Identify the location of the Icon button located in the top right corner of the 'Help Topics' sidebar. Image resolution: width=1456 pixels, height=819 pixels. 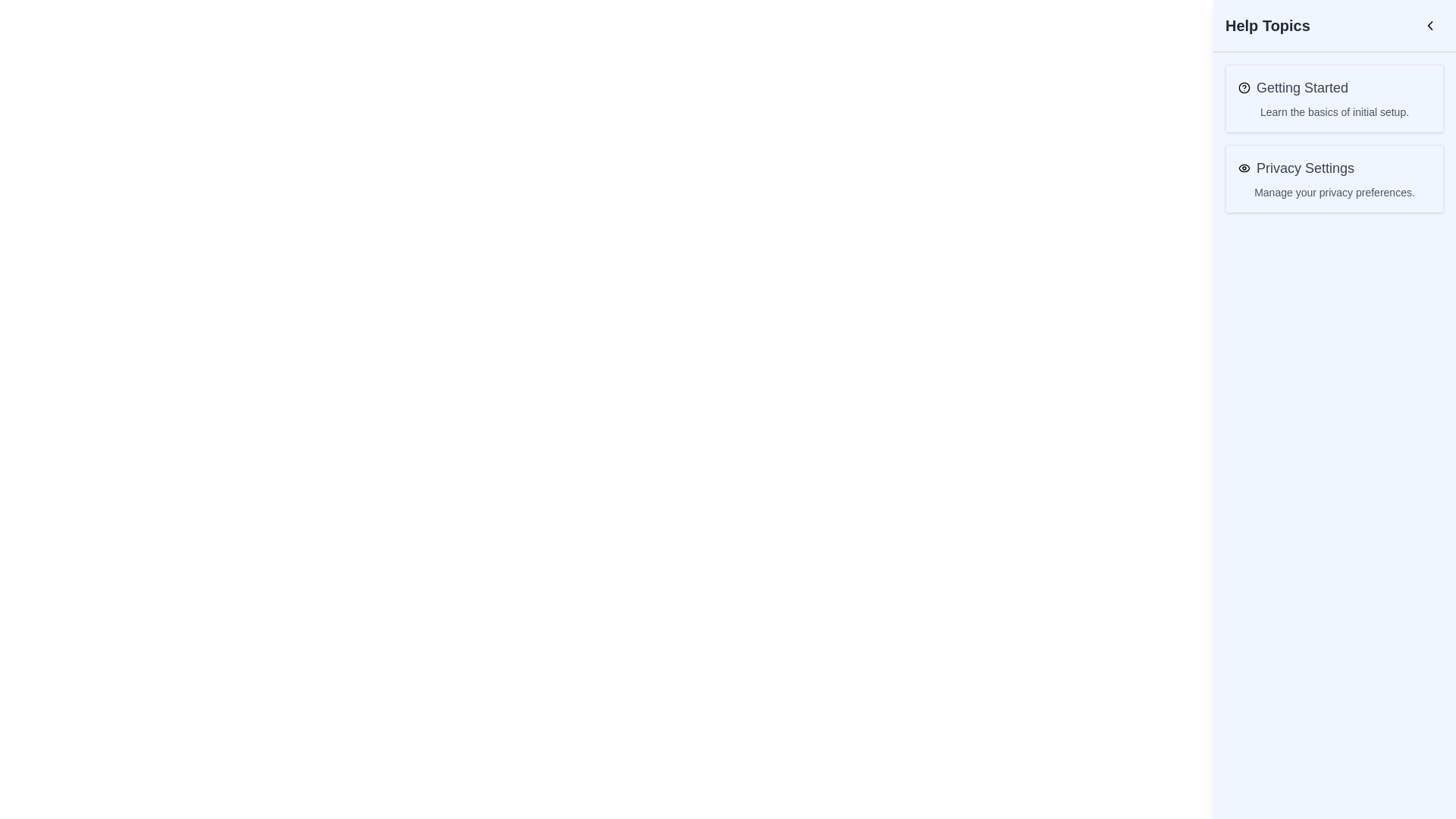
(1429, 26).